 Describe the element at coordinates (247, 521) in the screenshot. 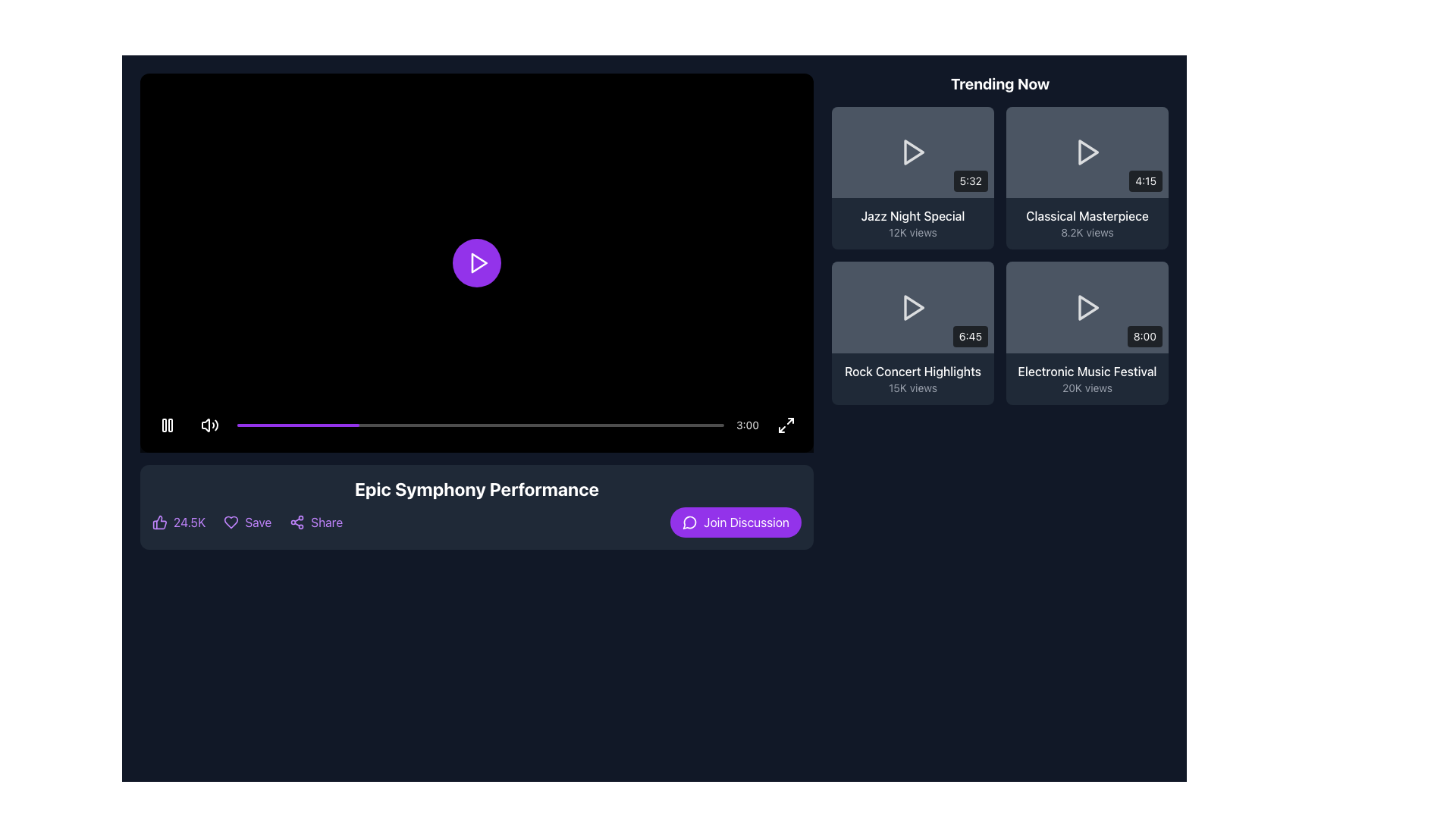

I see `the save button located below the video title and player controls, which is the second component in a horizontal row containing '24.5K', this element, and 'Share'` at that location.